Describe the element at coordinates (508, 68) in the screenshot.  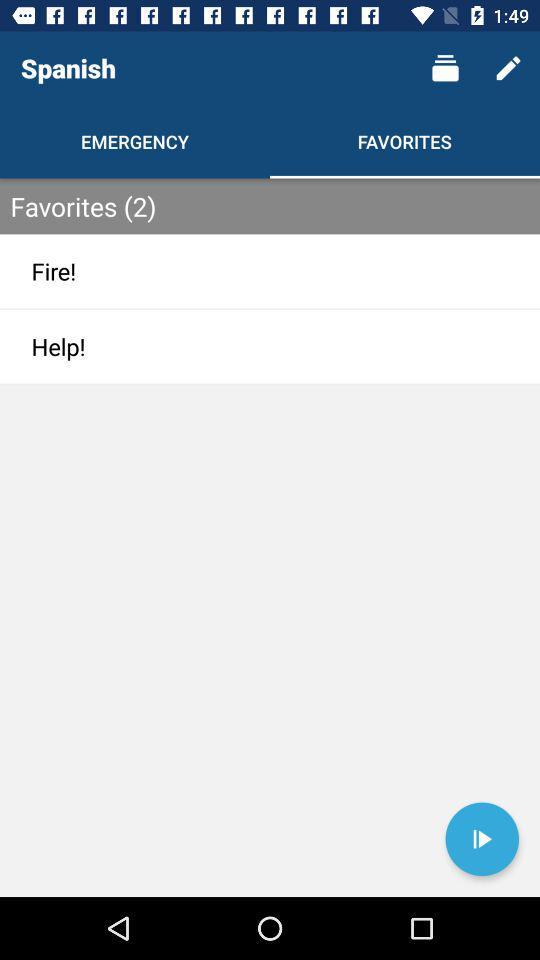
I see `icon above favorites (2)` at that location.